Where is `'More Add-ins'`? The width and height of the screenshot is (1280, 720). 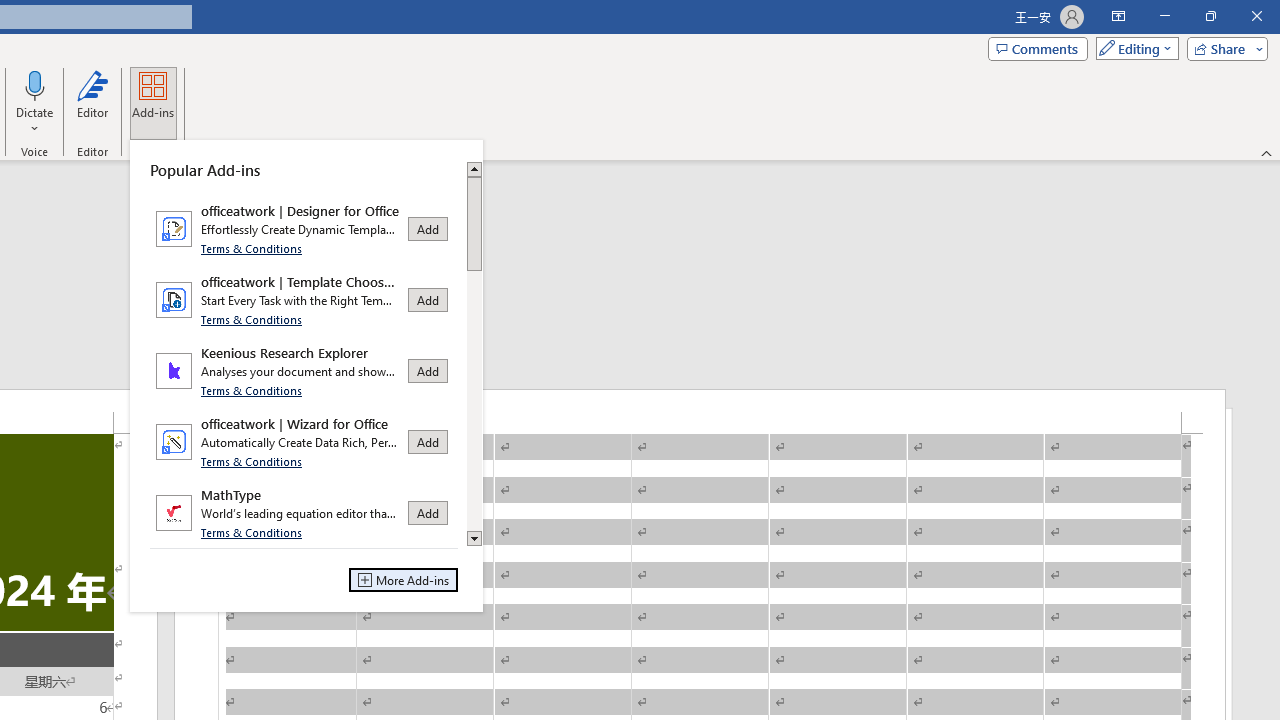 'More Add-ins' is located at coordinates (402, 579).